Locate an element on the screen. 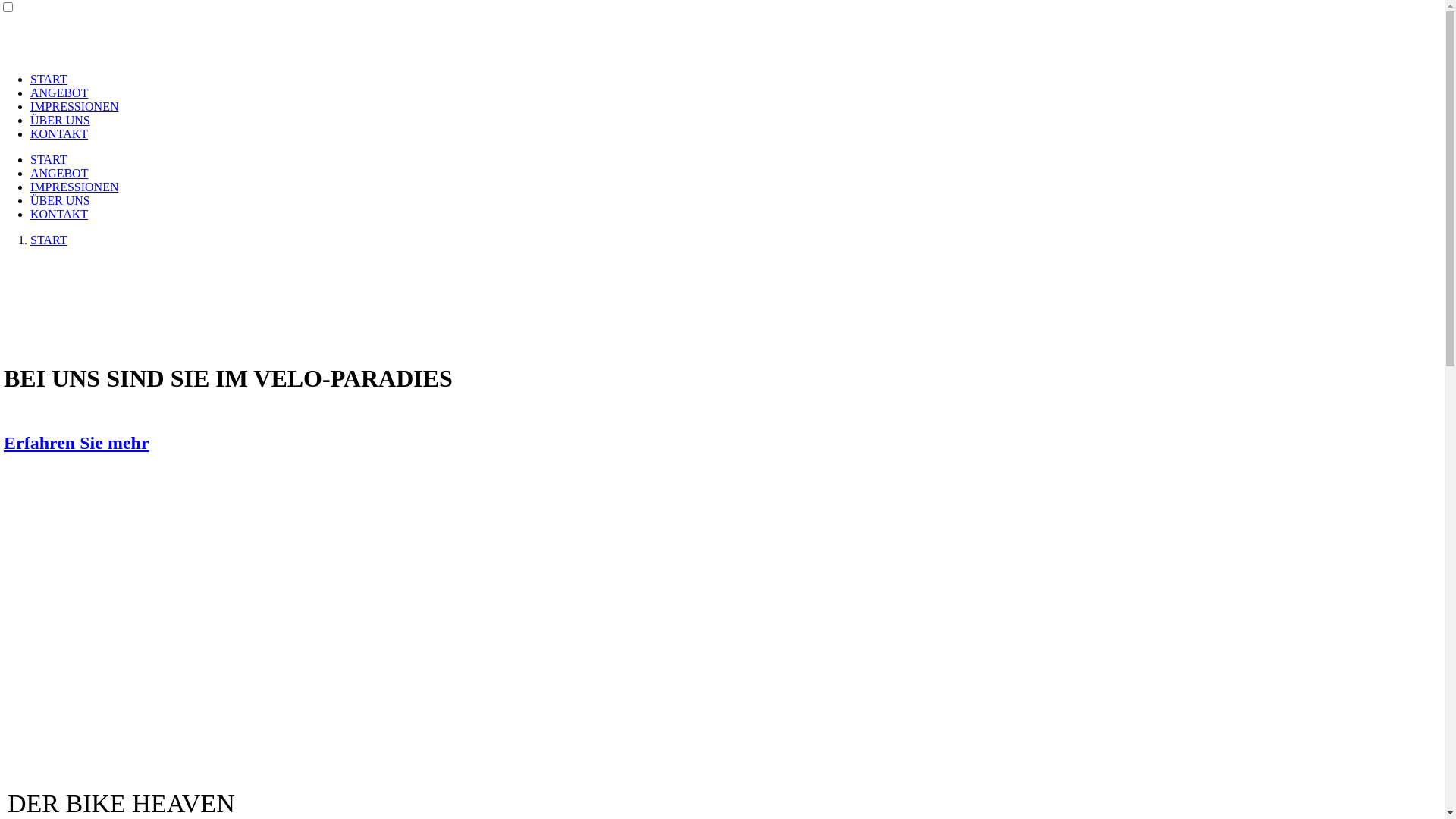 The image size is (1456, 819). 'START' is located at coordinates (48, 79).